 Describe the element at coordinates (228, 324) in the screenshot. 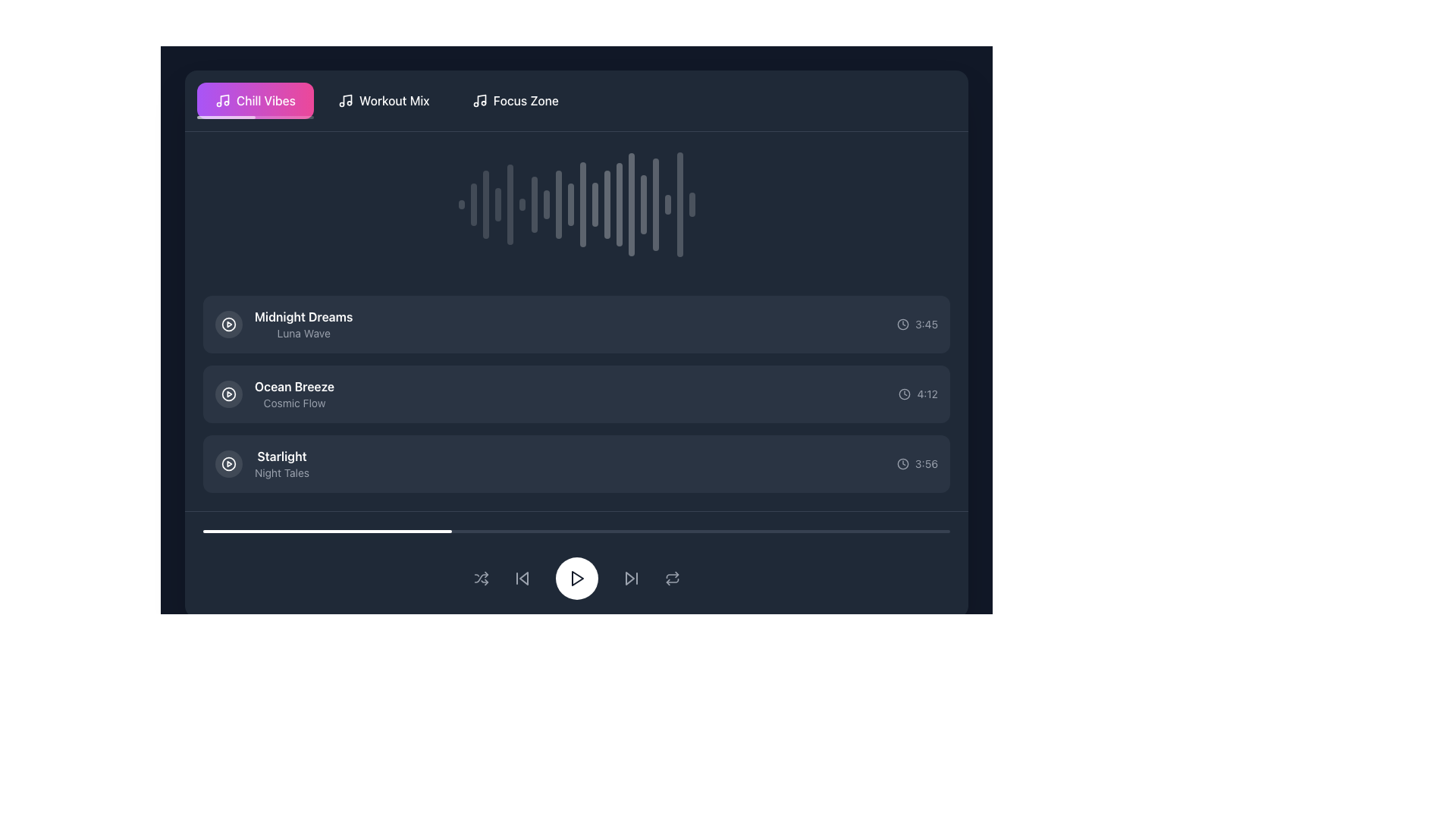

I see `the circular component within the play button icon located to the left of the first song in the 'Midnight Dreams' list by 'Luna Wave'` at that location.